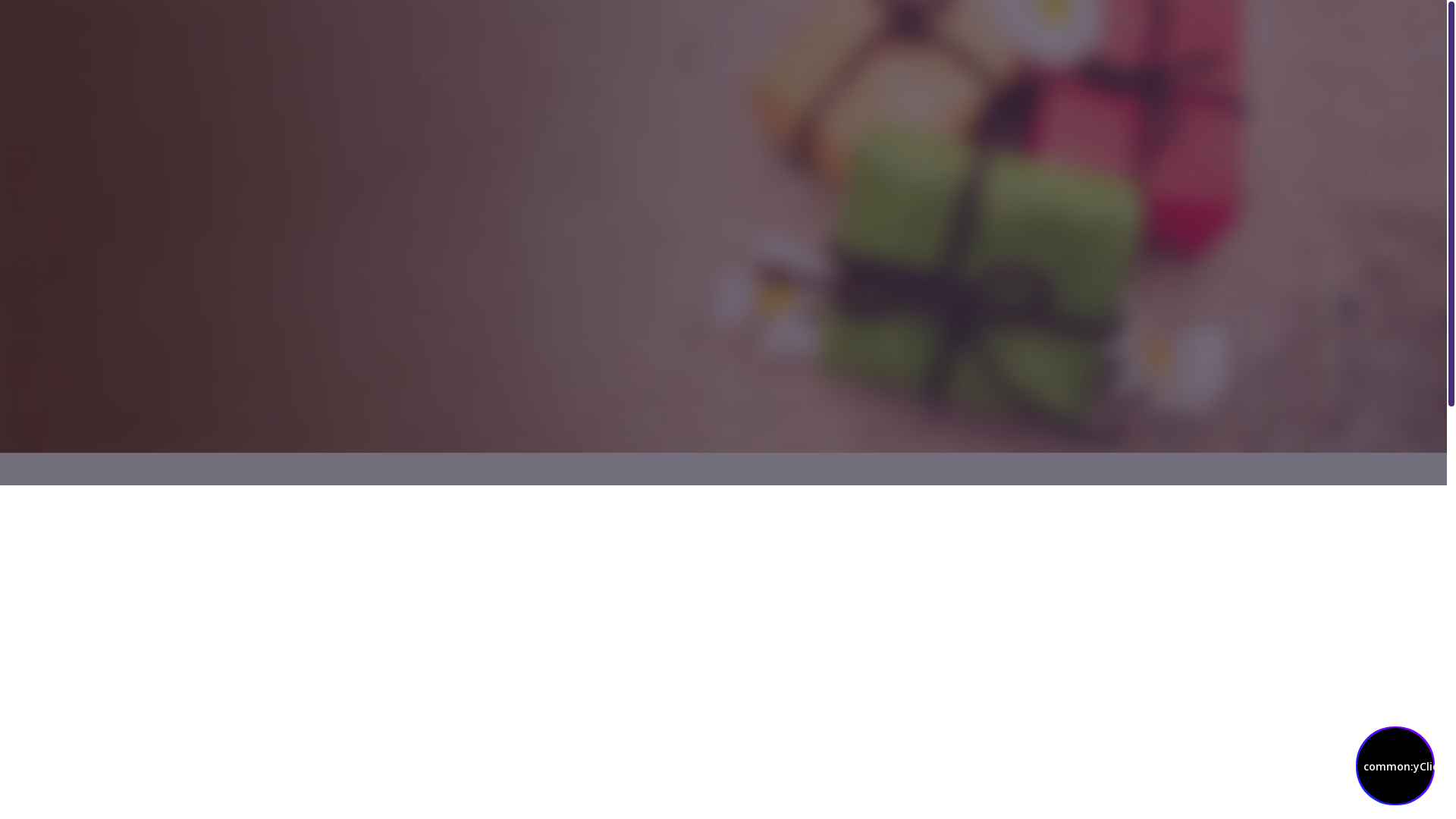 Image resolution: width=1456 pixels, height=819 pixels. What do you see at coordinates (1395, 766) in the screenshot?
I see `'common:yClients'` at bounding box center [1395, 766].